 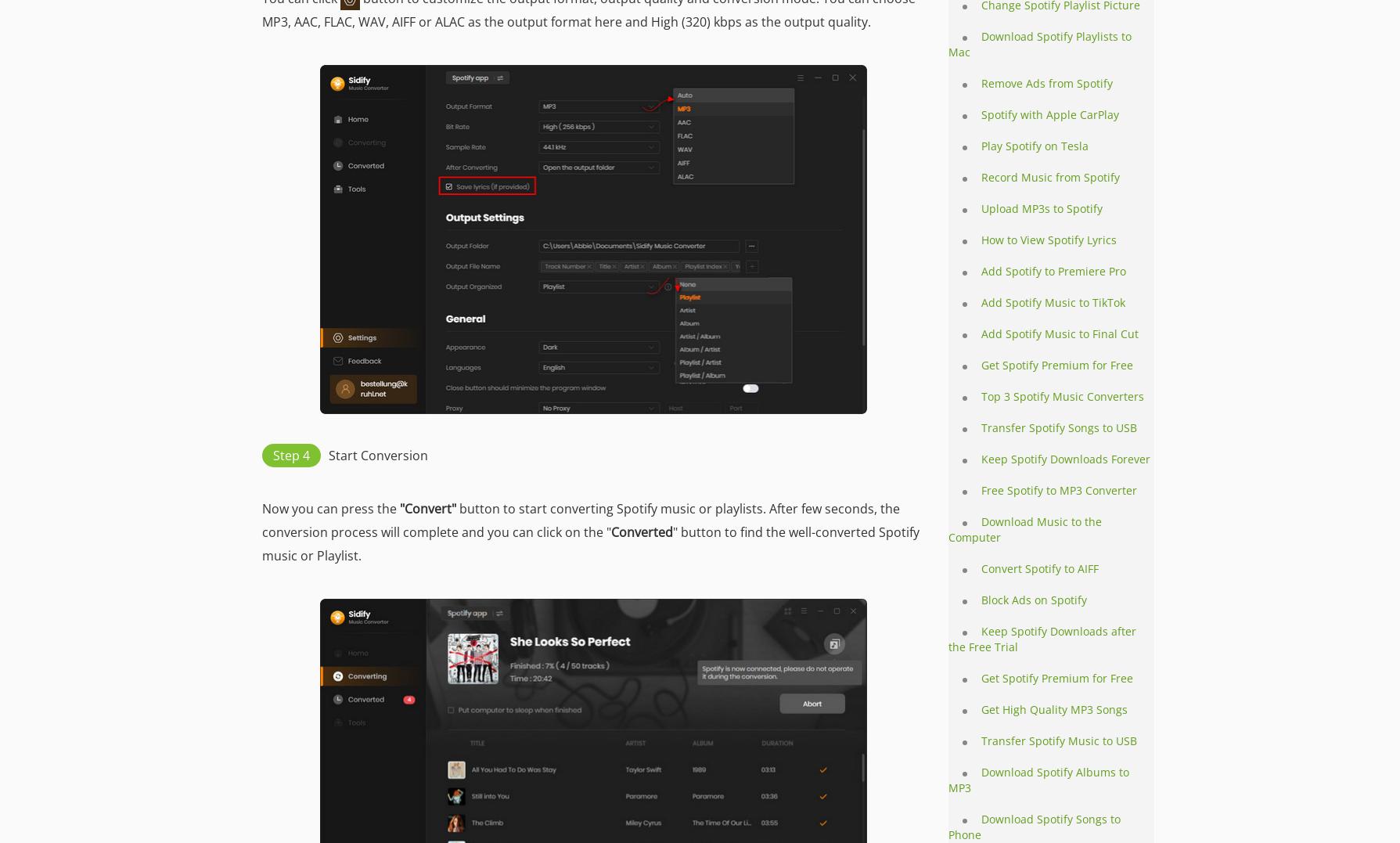 What do you see at coordinates (981, 270) in the screenshot?
I see `'Add Spotify to Premiere Pro'` at bounding box center [981, 270].